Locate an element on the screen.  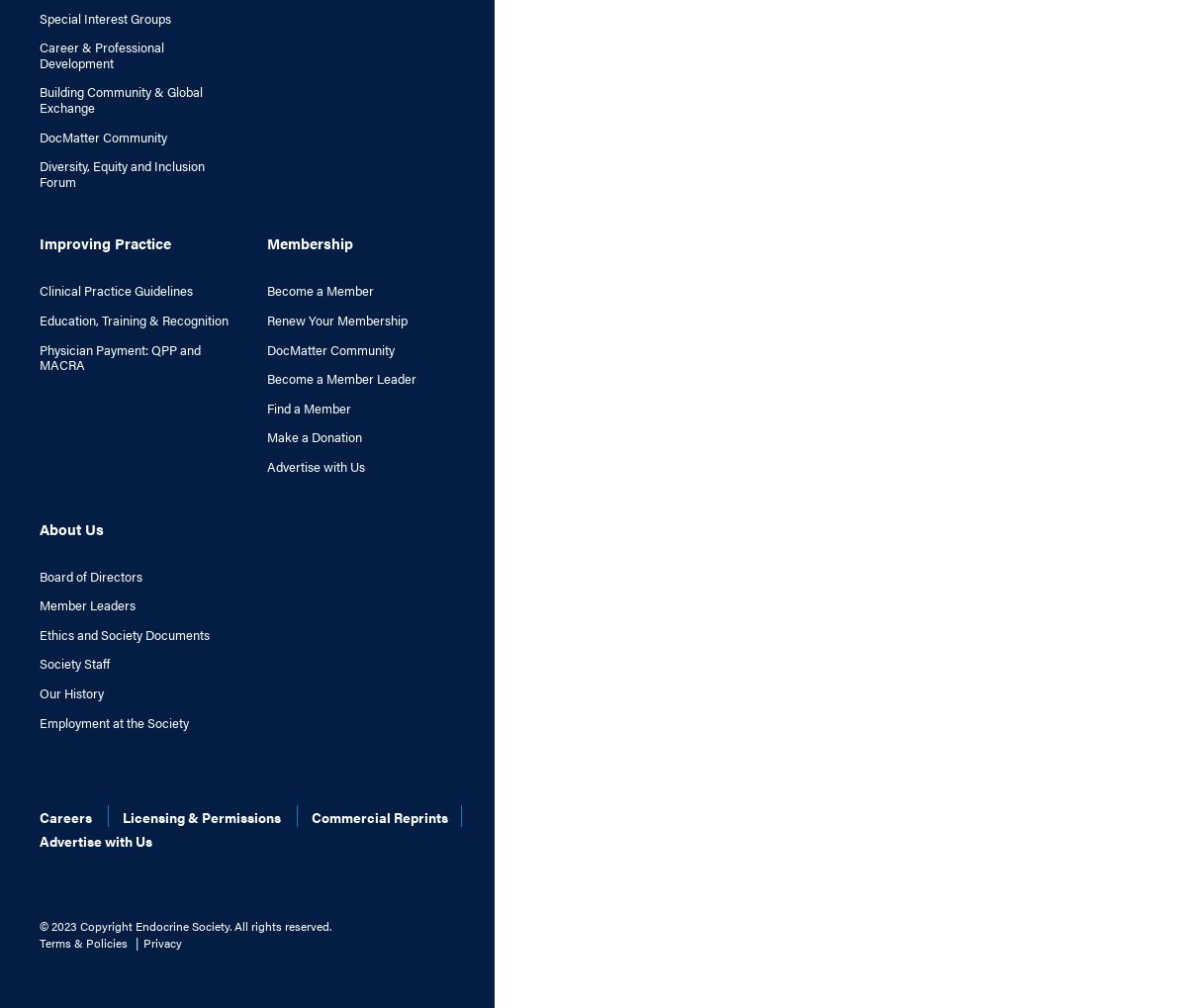
'Special Interest Groups' is located at coordinates (38, 16).